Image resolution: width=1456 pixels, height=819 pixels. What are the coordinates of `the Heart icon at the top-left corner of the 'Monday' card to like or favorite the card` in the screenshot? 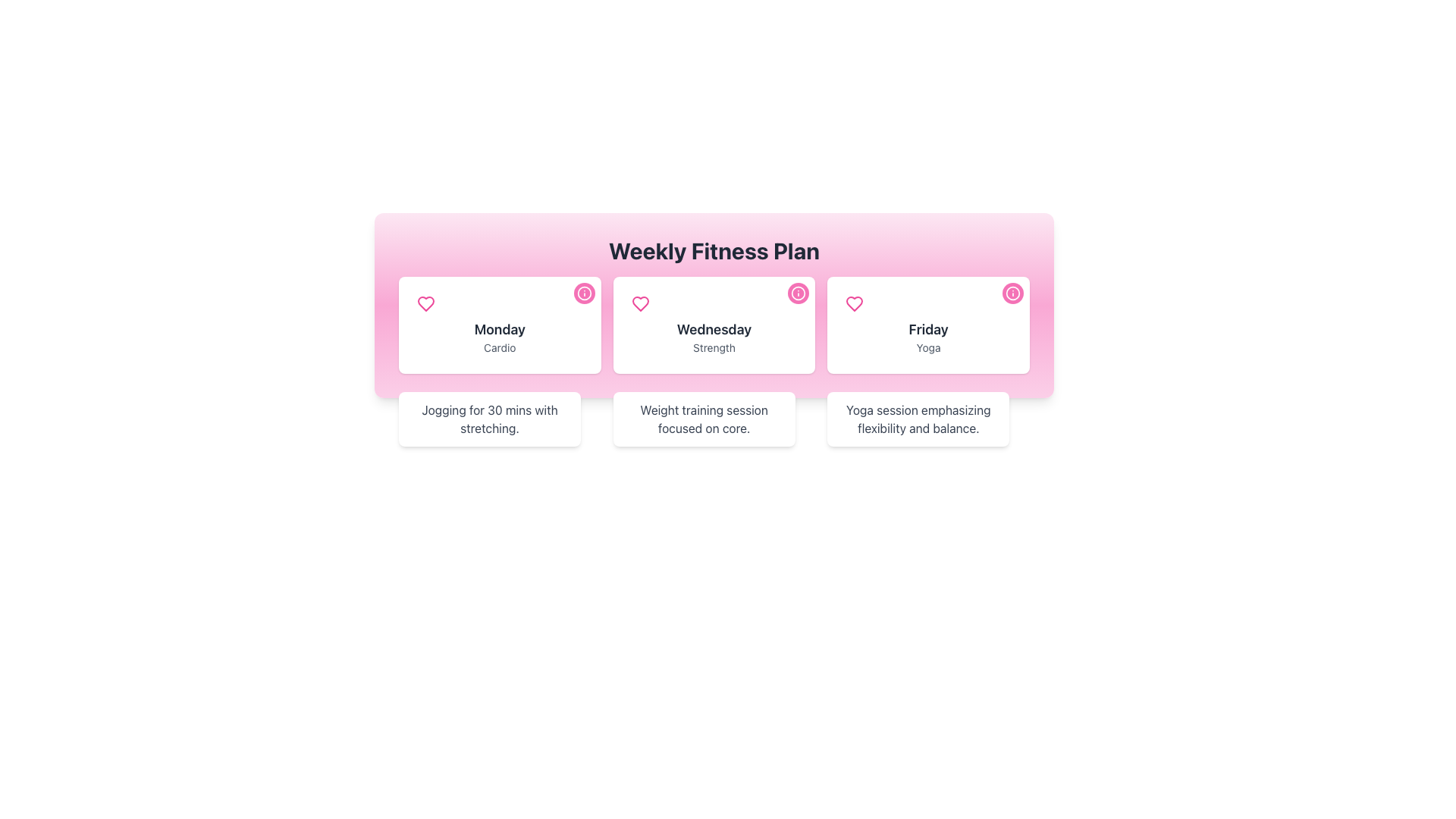 It's located at (425, 304).